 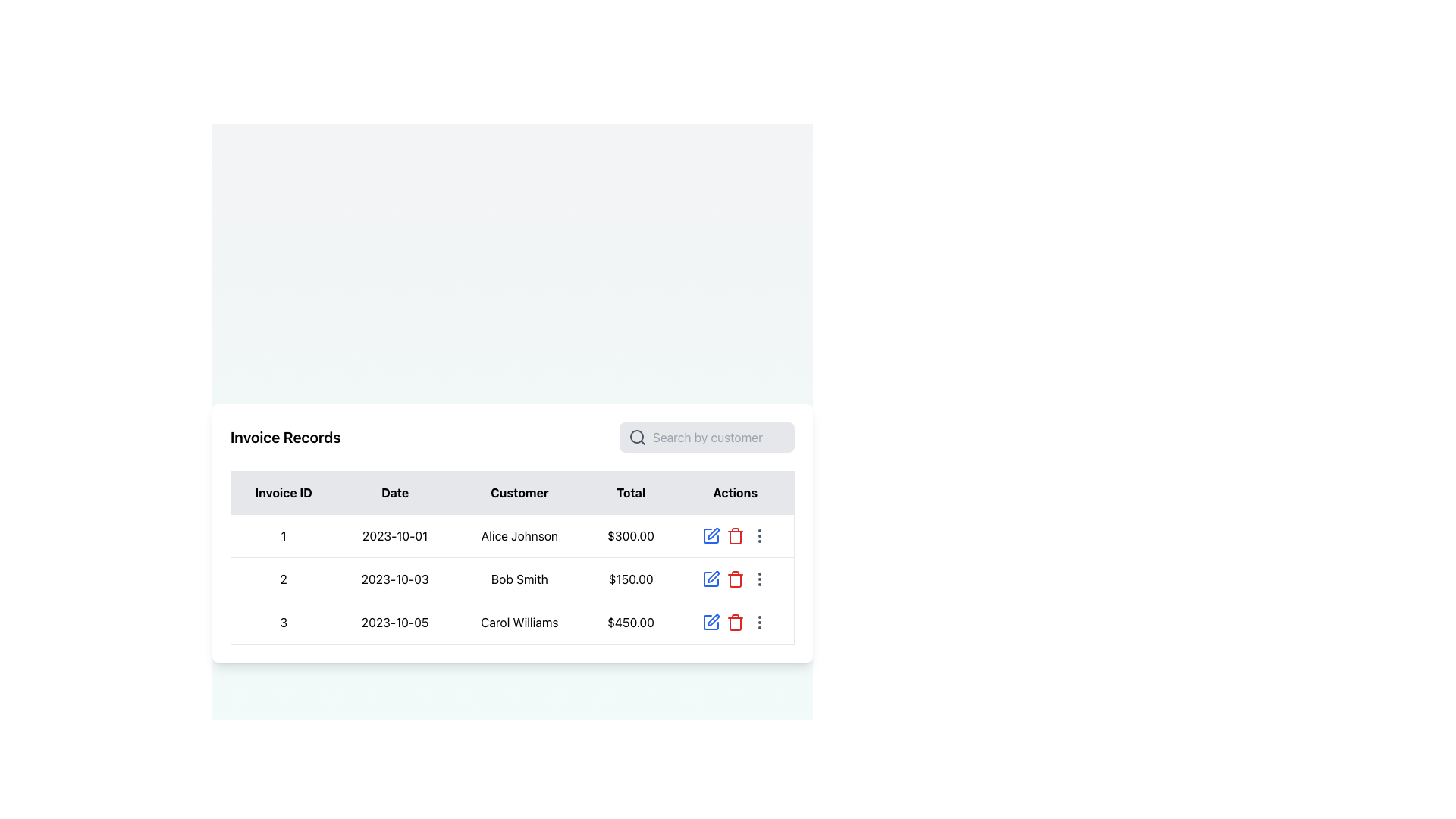 I want to click on the vertical ellipsis button (three dots) located in the 'Actions' column of the second row in the 'Invoice Records' table, associated with 'Bob Smith', so click(x=759, y=579).